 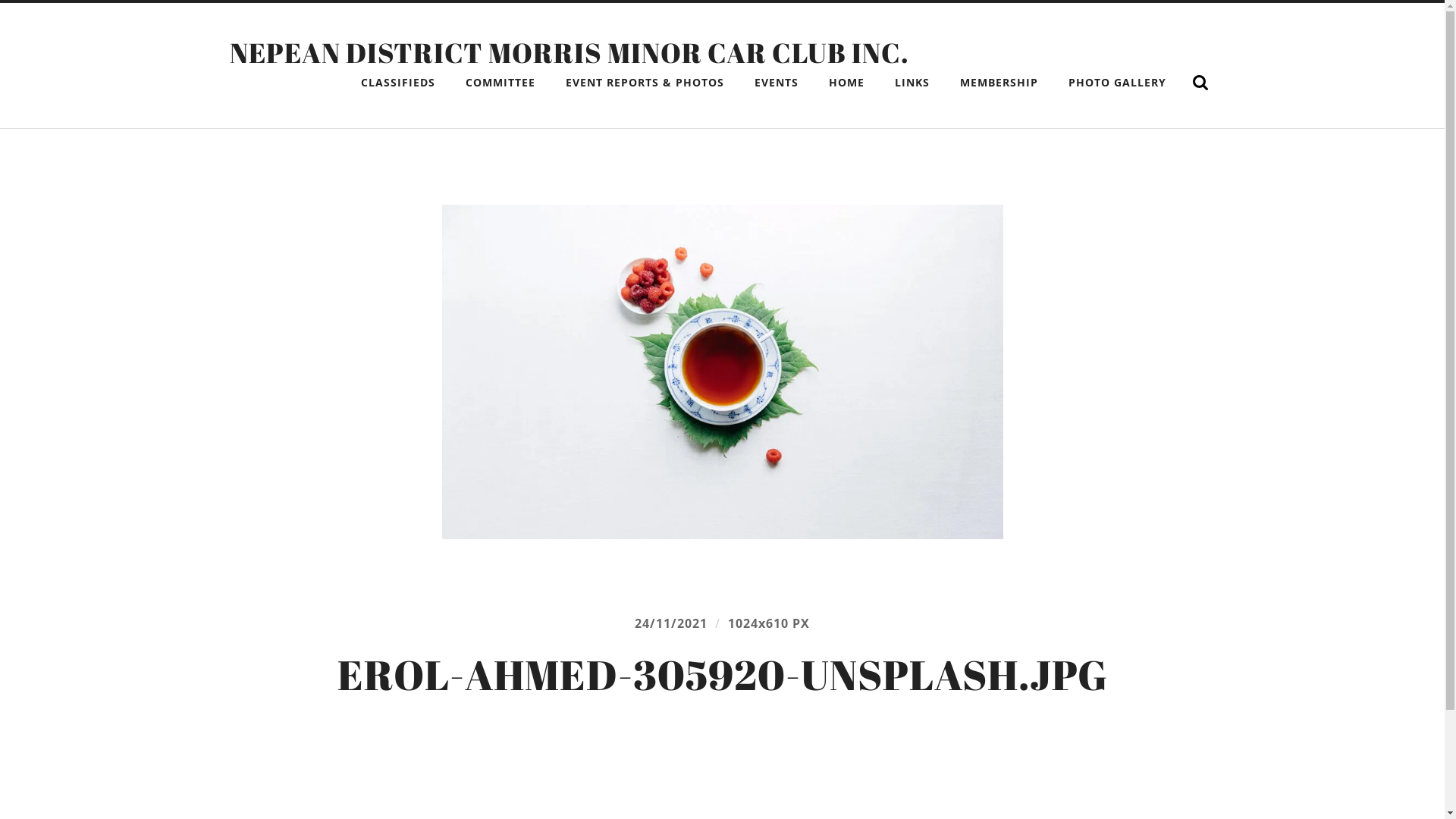 What do you see at coordinates (910, 82) in the screenshot?
I see `'LINKS'` at bounding box center [910, 82].